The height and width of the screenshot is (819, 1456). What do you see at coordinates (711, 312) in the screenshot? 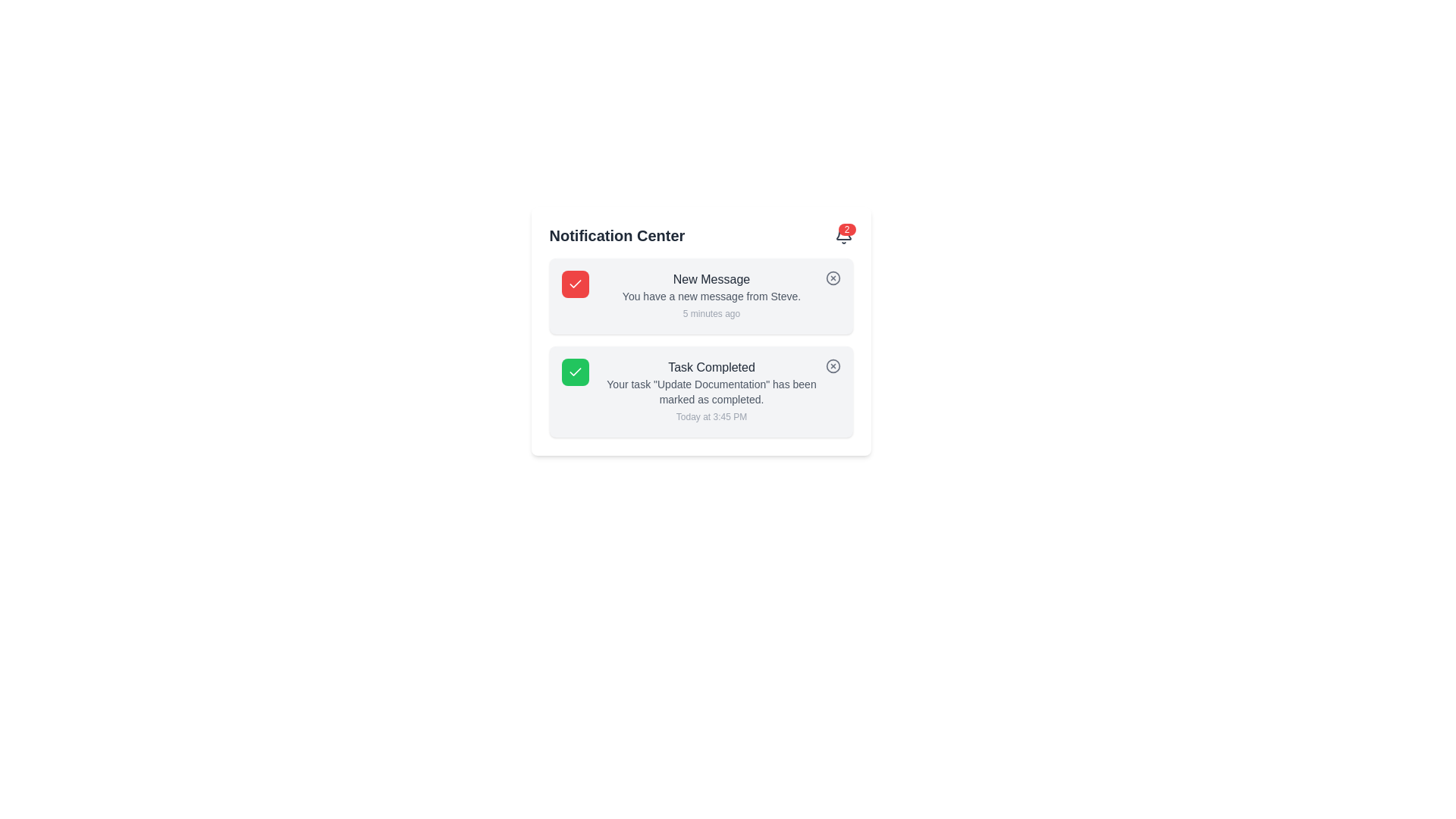
I see `the text label displaying '5 minutes ago', styled in small, light gray font, located below the message from Steve in the notification card` at bounding box center [711, 312].